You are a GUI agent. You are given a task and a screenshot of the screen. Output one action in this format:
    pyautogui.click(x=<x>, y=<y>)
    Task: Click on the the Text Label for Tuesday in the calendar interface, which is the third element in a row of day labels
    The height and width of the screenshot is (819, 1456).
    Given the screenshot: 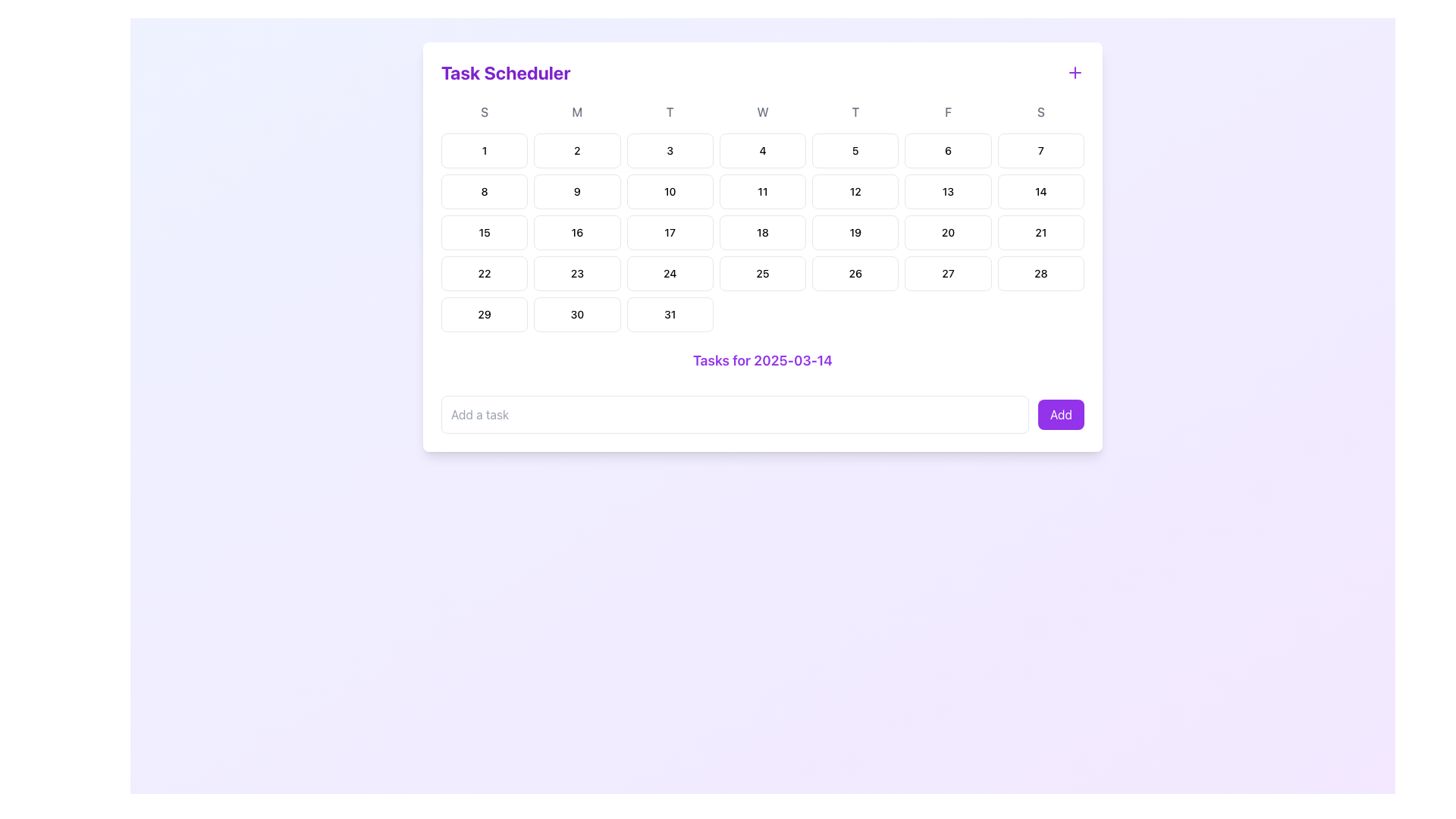 What is the action you would take?
    pyautogui.click(x=669, y=111)
    